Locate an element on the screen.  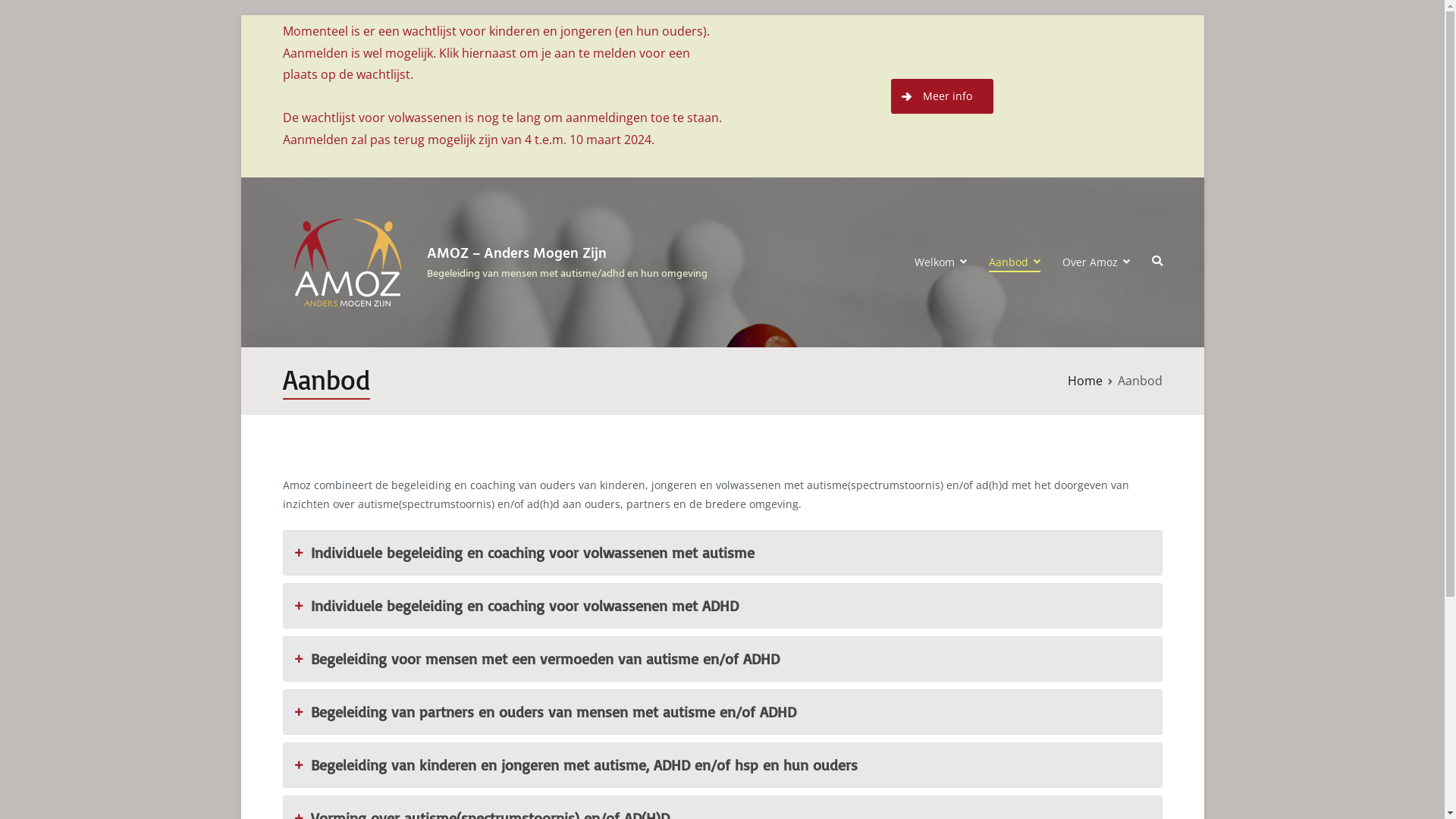
'Welkom' is located at coordinates (940, 262).